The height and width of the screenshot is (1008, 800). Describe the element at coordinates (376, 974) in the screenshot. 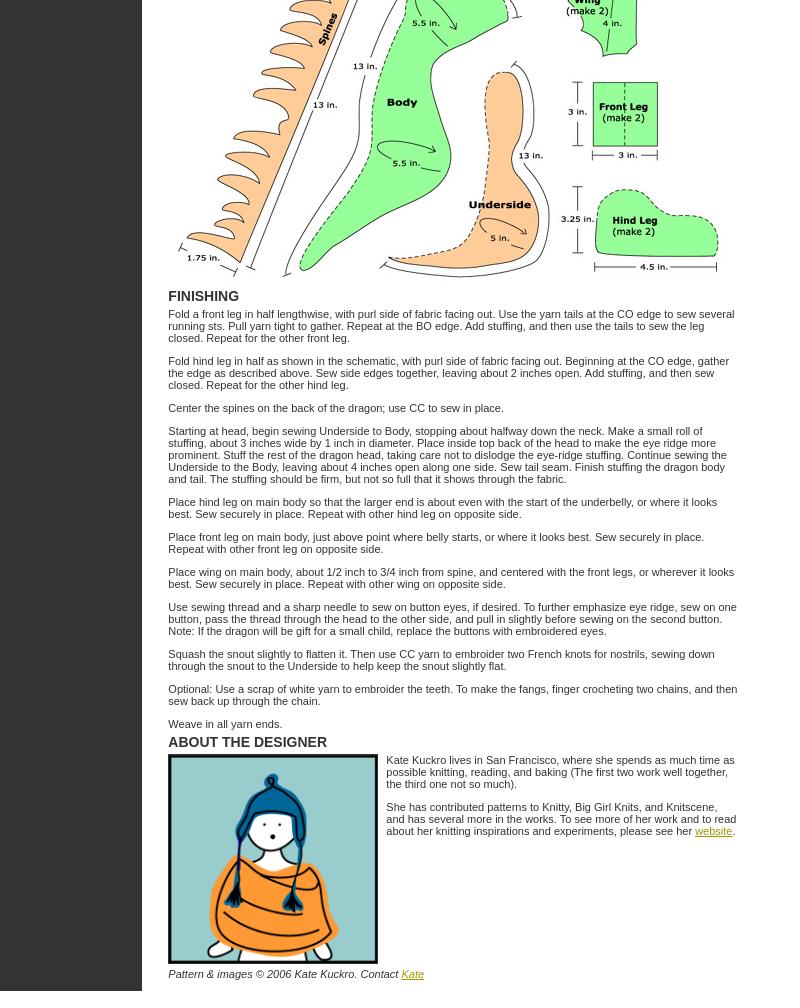

I see `'. Contact'` at that location.